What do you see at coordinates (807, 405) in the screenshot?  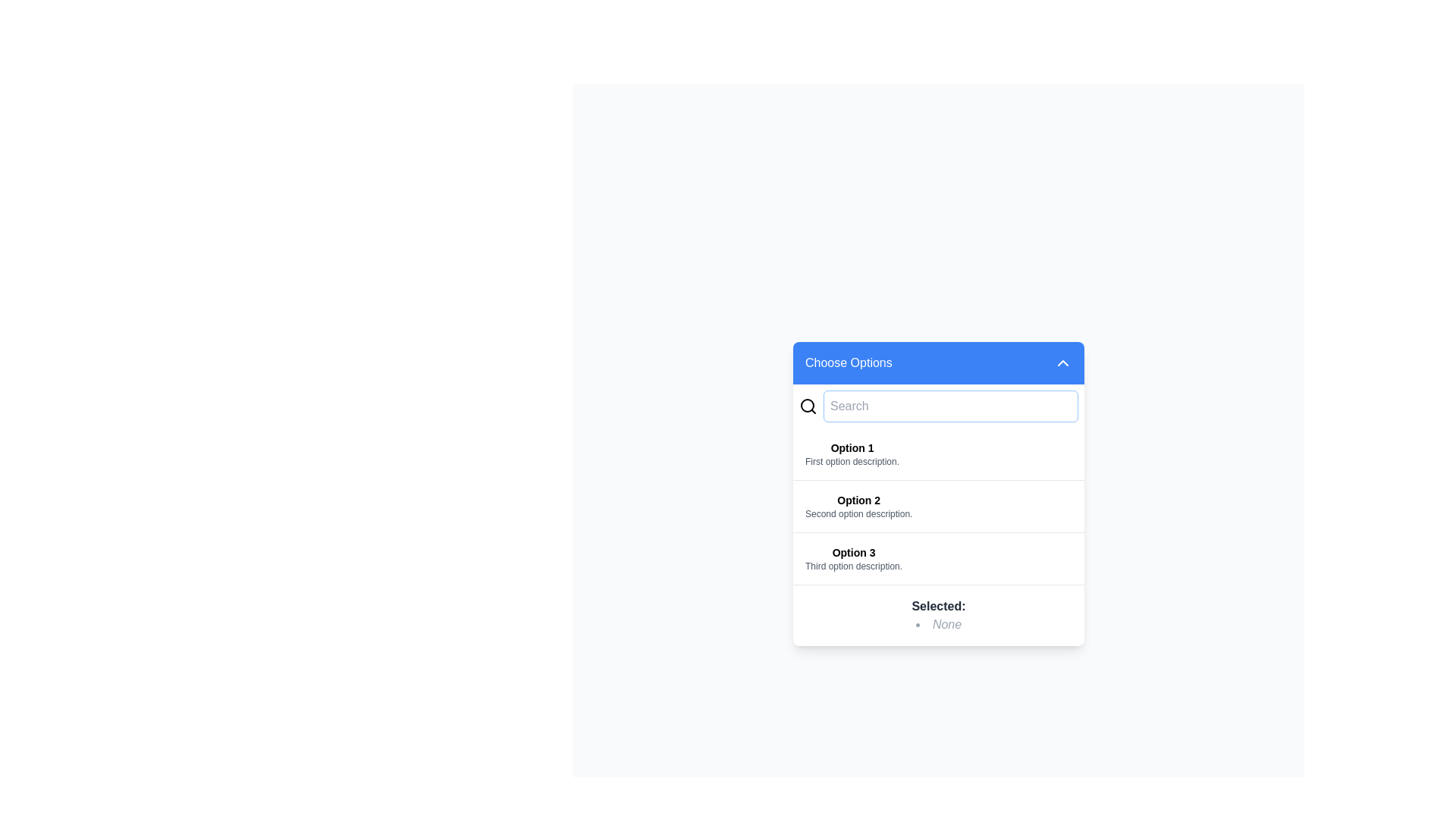 I see `the search icon which serves as a visual indicator for the adjacent input field` at bounding box center [807, 405].